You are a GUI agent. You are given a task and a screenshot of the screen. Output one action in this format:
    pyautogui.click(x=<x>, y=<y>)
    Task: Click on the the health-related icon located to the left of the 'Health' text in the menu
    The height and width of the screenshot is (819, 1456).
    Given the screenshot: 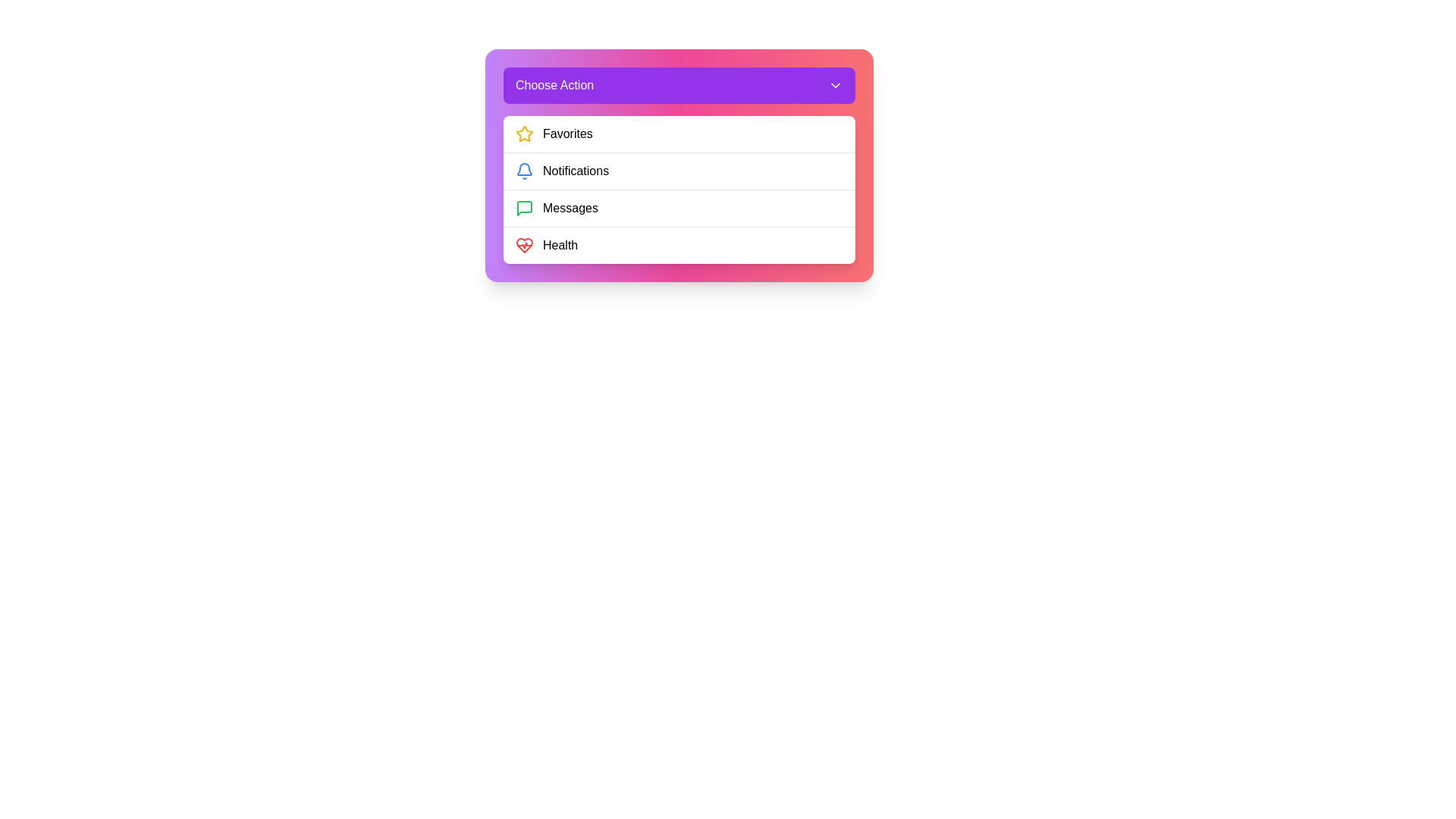 What is the action you would take?
    pyautogui.click(x=524, y=245)
    